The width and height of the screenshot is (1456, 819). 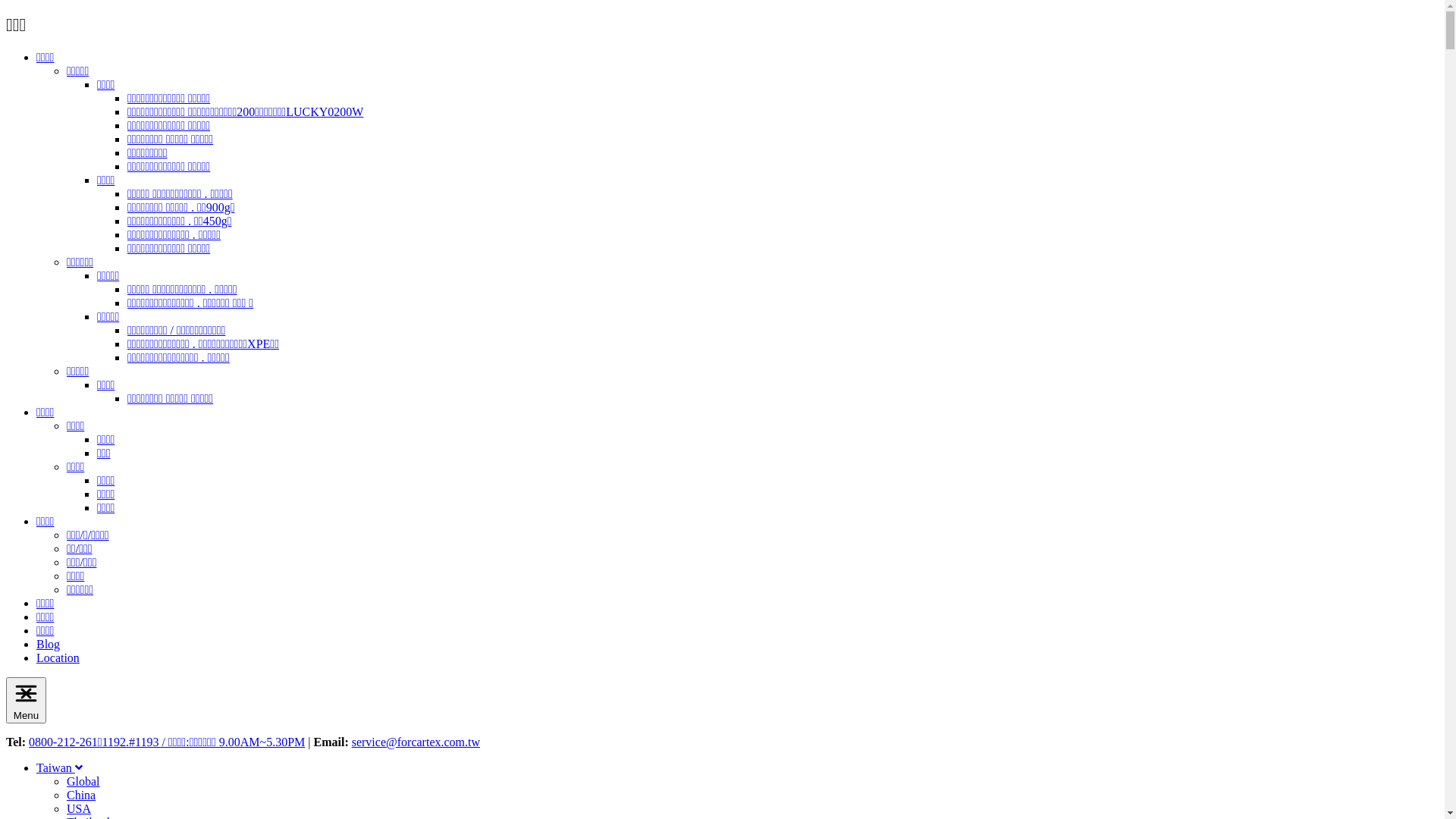 What do you see at coordinates (58, 657) in the screenshot?
I see `'Location'` at bounding box center [58, 657].